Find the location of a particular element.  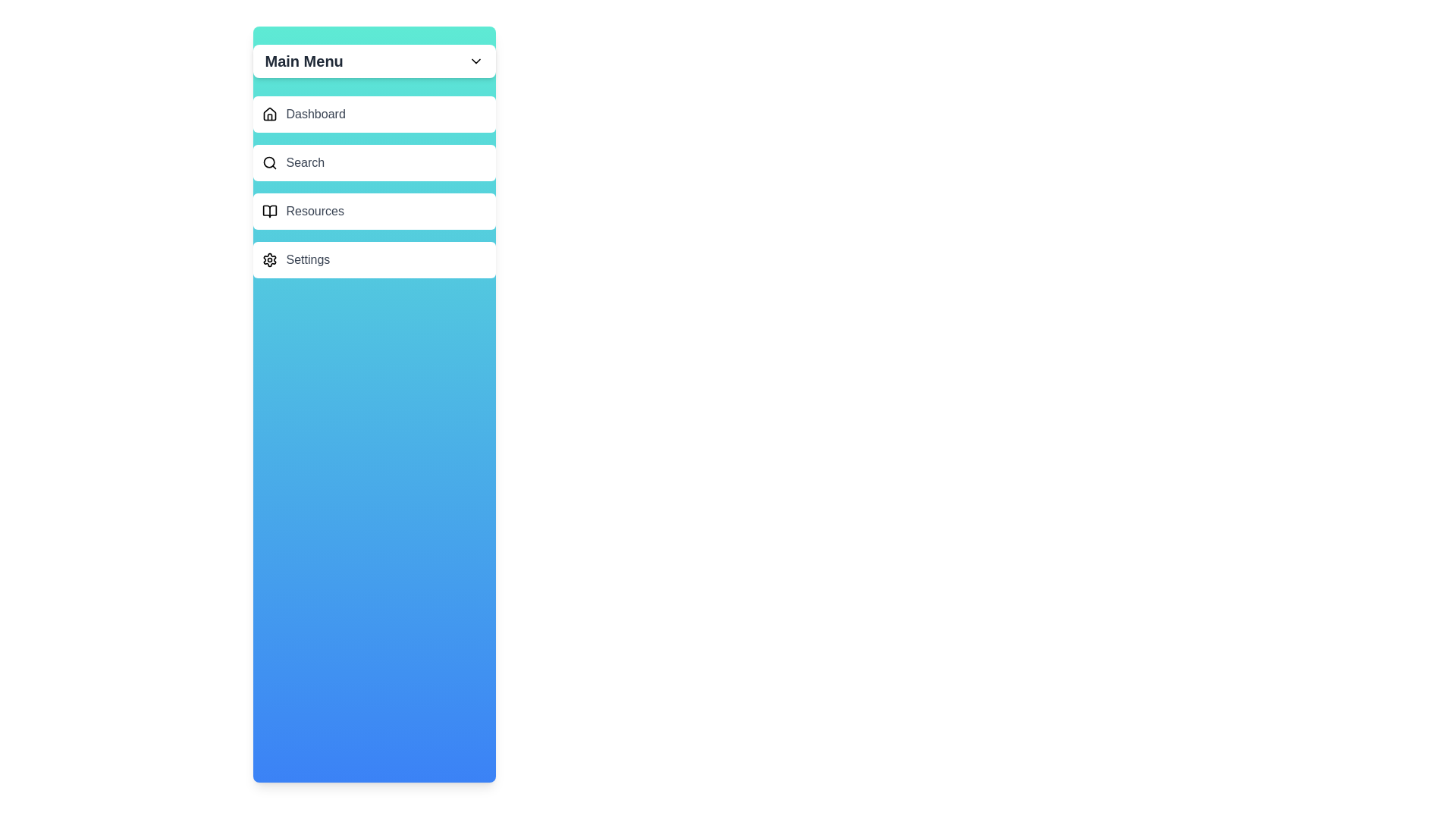

the menu item labeled Settings is located at coordinates (374, 259).